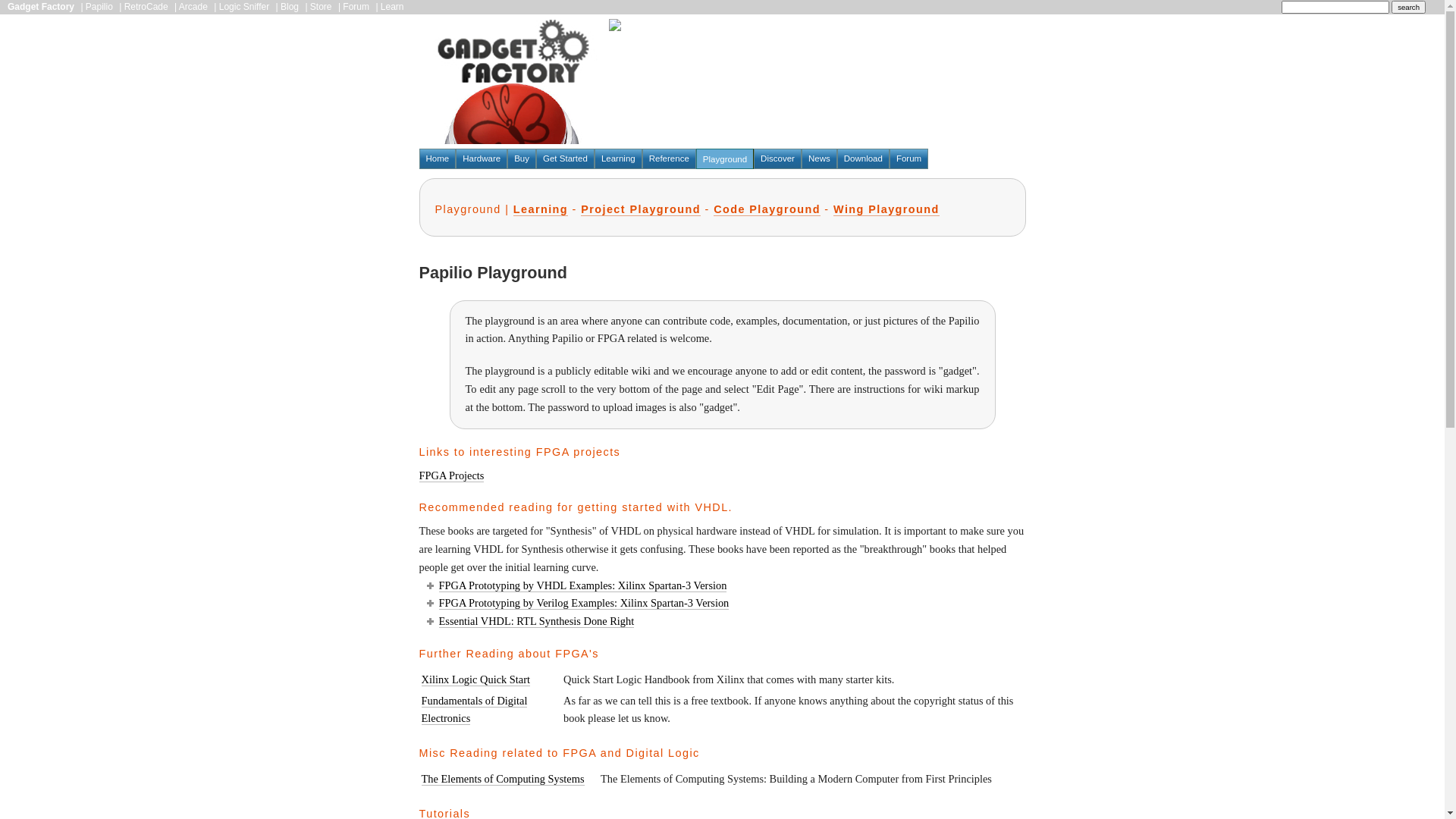 This screenshot has height=819, width=1456. I want to click on 'Gadget Factory', so click(40, 6).